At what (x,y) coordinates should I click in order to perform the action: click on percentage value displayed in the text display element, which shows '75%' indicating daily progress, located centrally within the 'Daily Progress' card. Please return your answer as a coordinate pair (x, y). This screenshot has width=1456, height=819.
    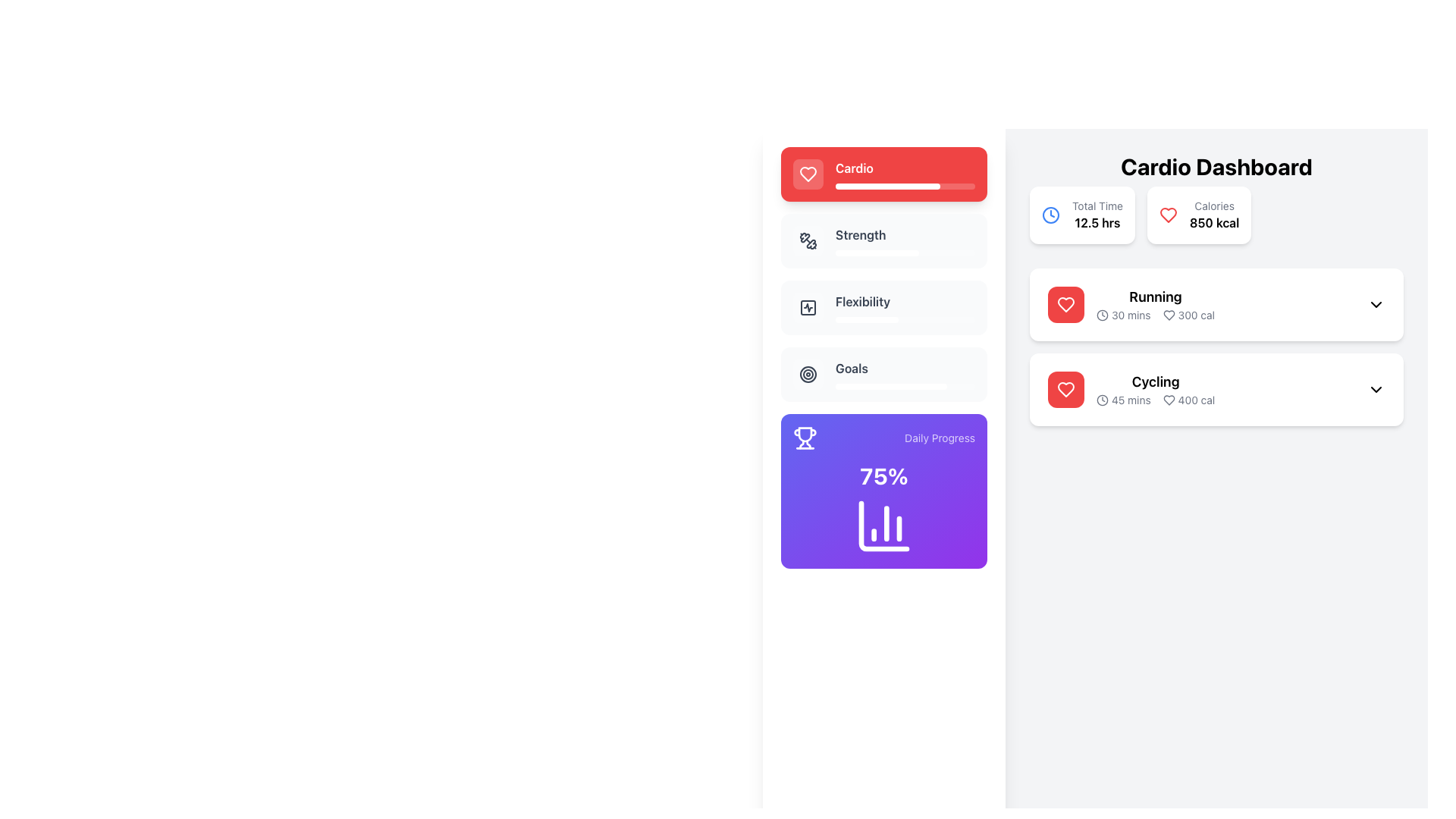
    Looking at the image, I should click on (884, 475).